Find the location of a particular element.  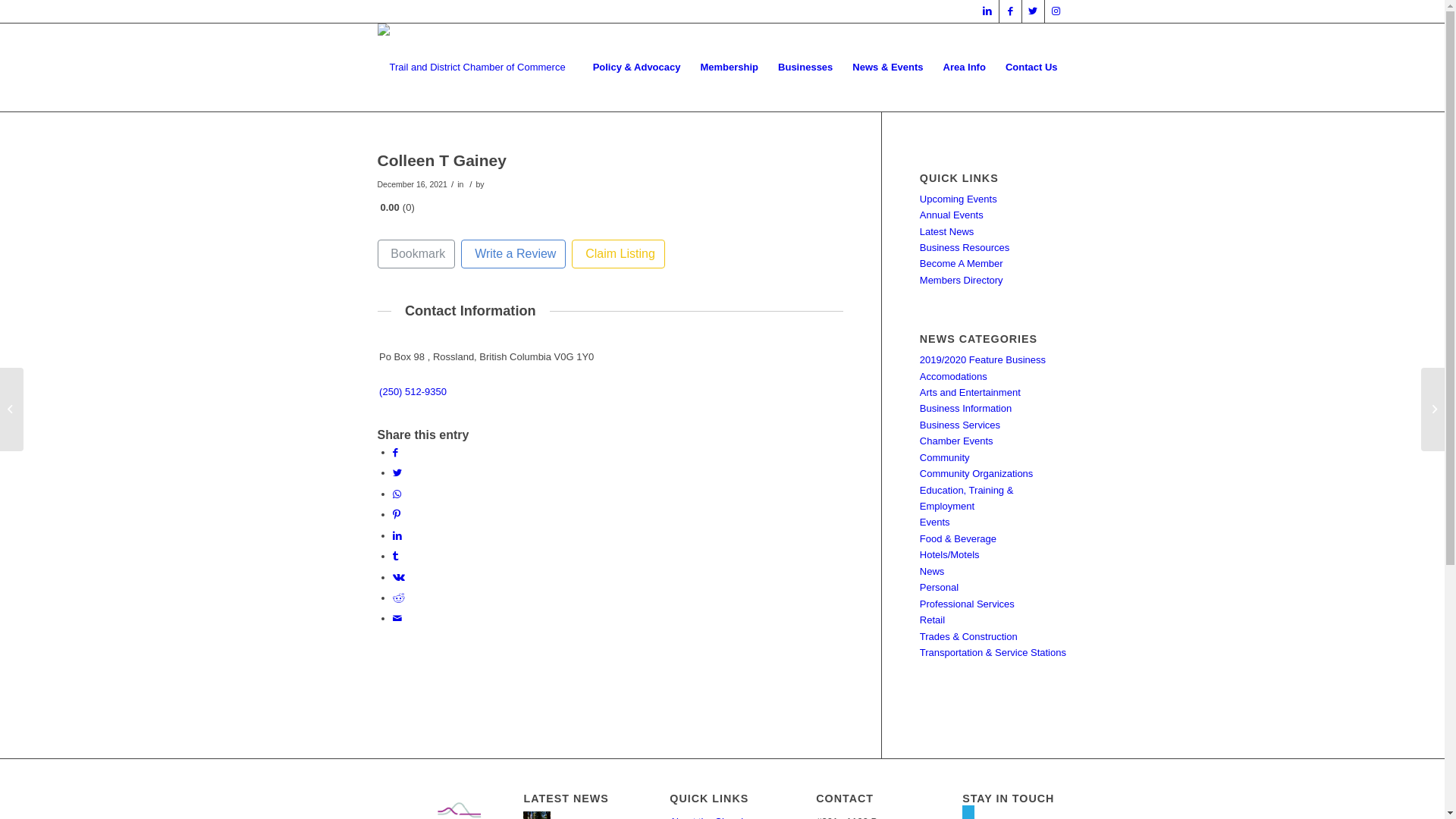

'Events' is located at coordinates (919, 521).